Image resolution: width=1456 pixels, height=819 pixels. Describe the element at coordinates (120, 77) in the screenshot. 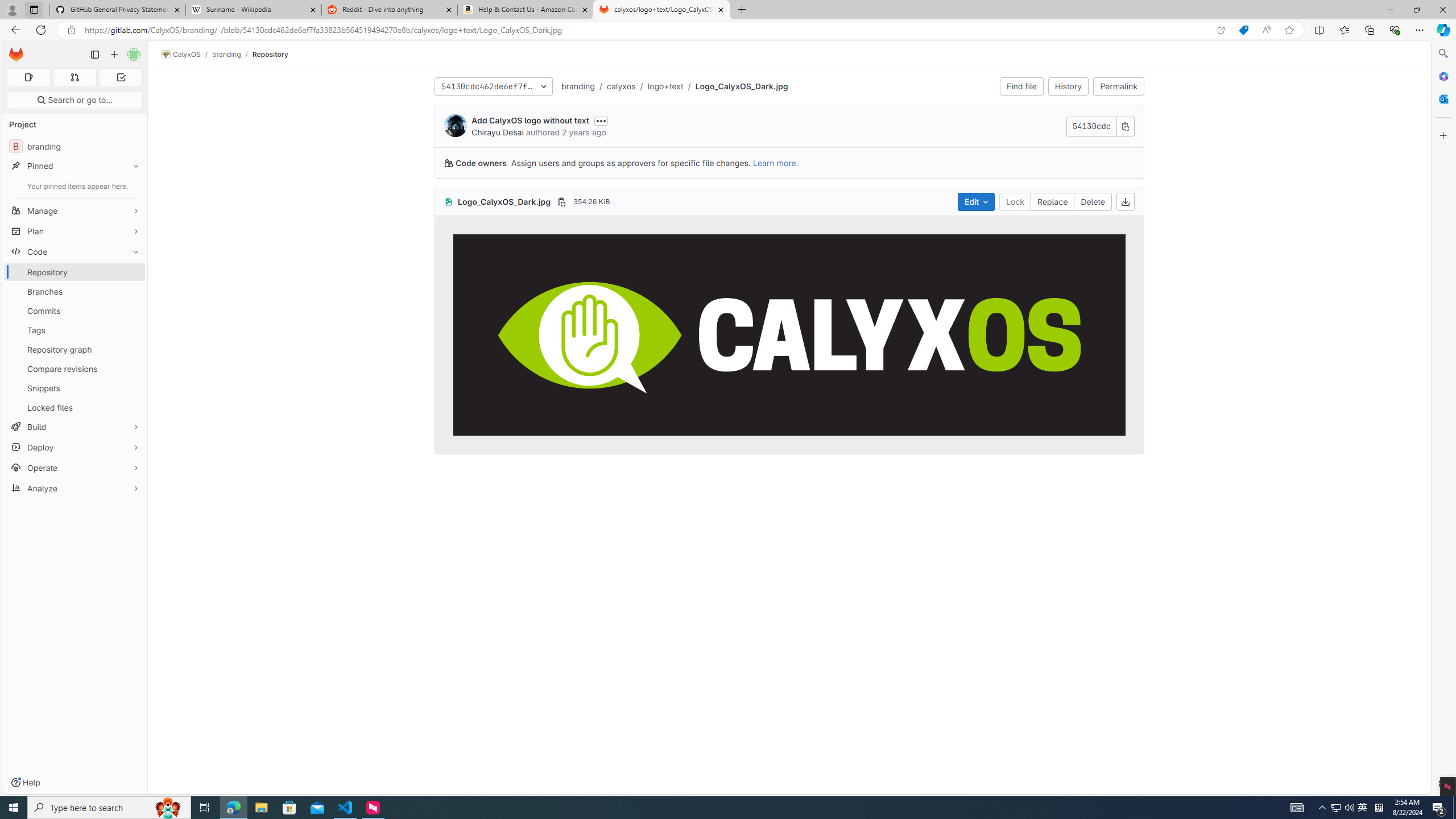

I see `'To-Do list 0'` at that location.